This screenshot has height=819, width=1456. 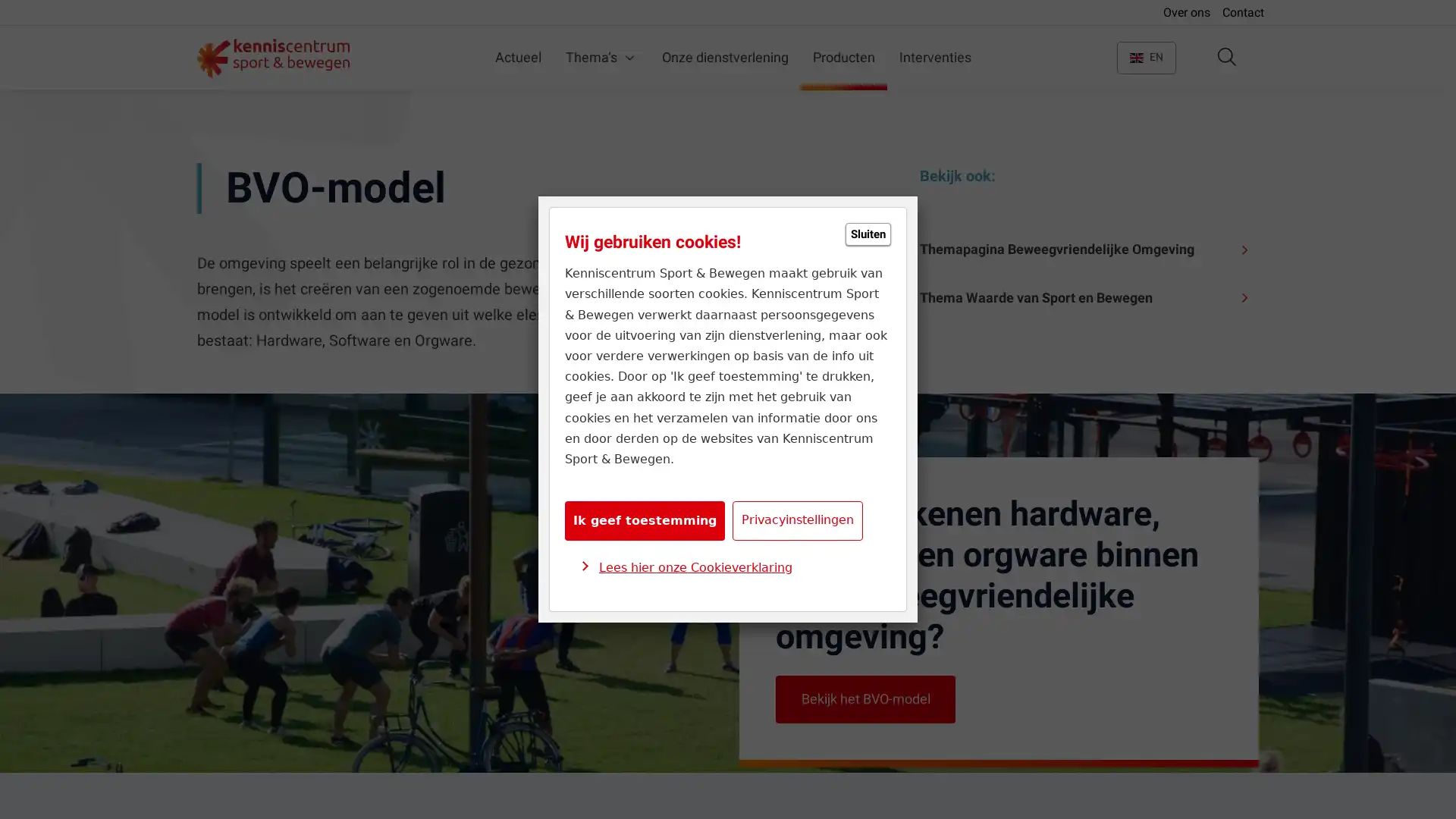 What do you see at coordinates (868, 234) in the screenshot?
I see `Sluiten` at bounding box center [868, 234].